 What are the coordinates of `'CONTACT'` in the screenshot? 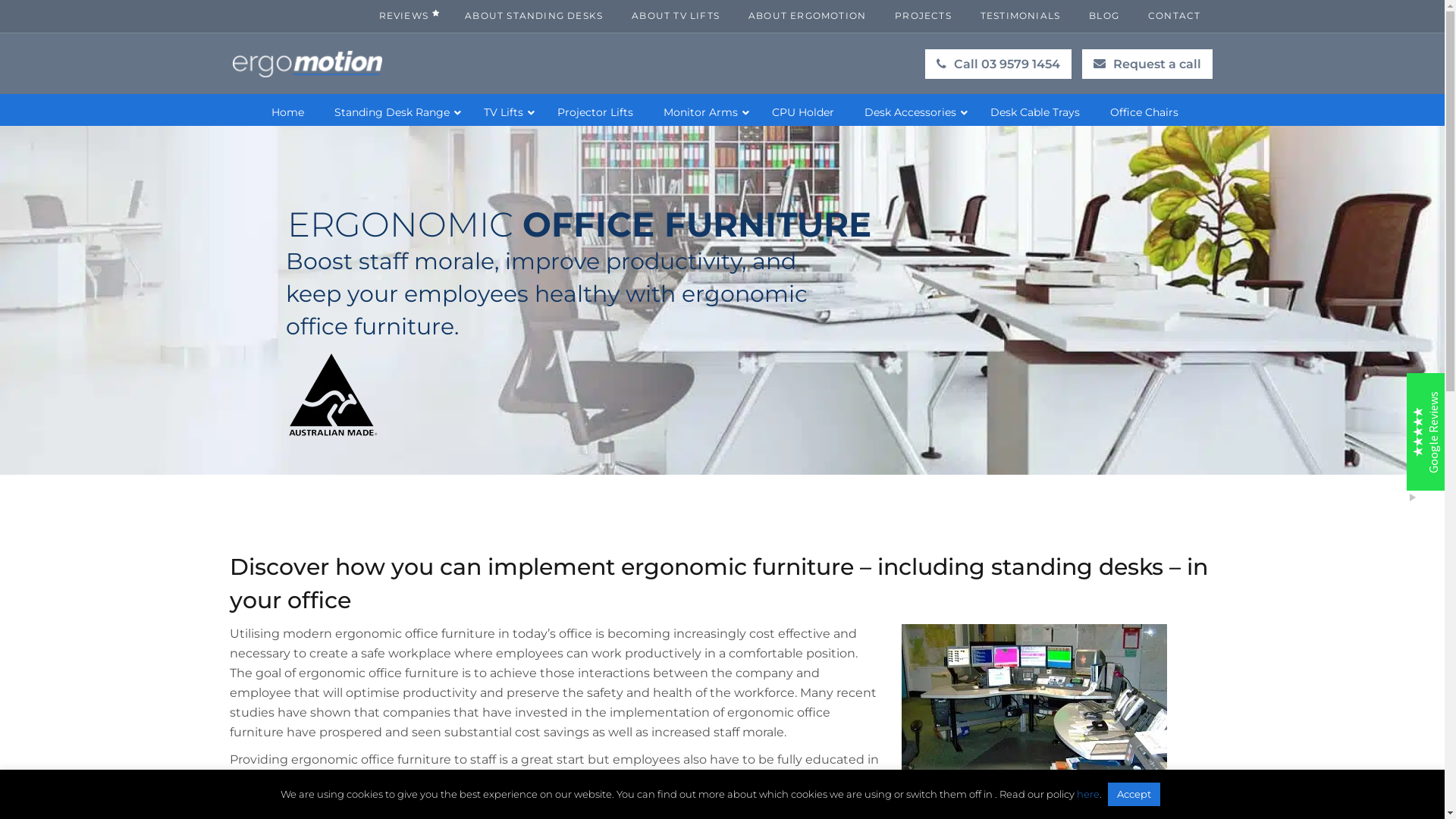 It's located at (1173, 15).